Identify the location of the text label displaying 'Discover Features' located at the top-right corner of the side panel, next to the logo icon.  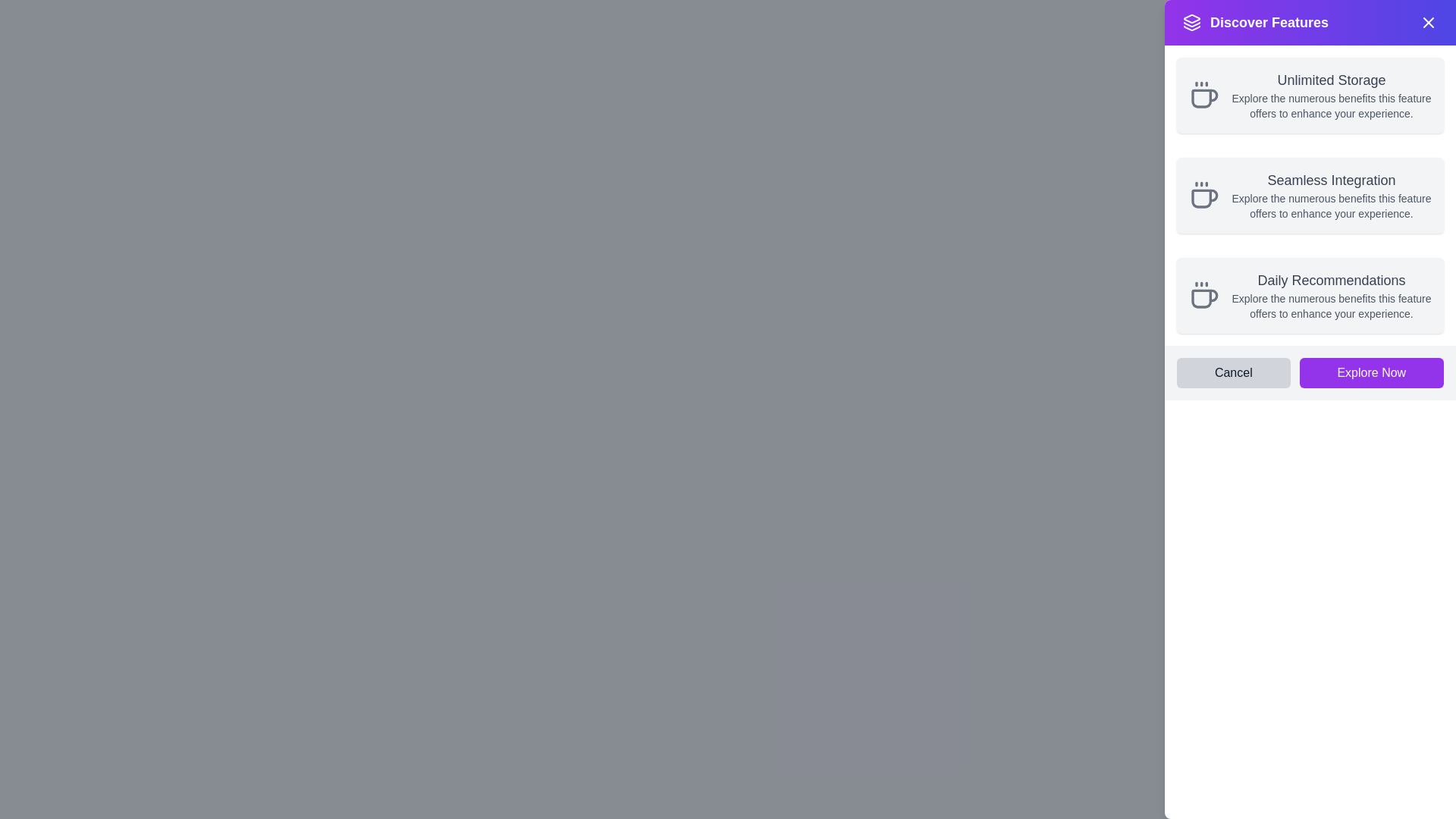
(1269, 23).